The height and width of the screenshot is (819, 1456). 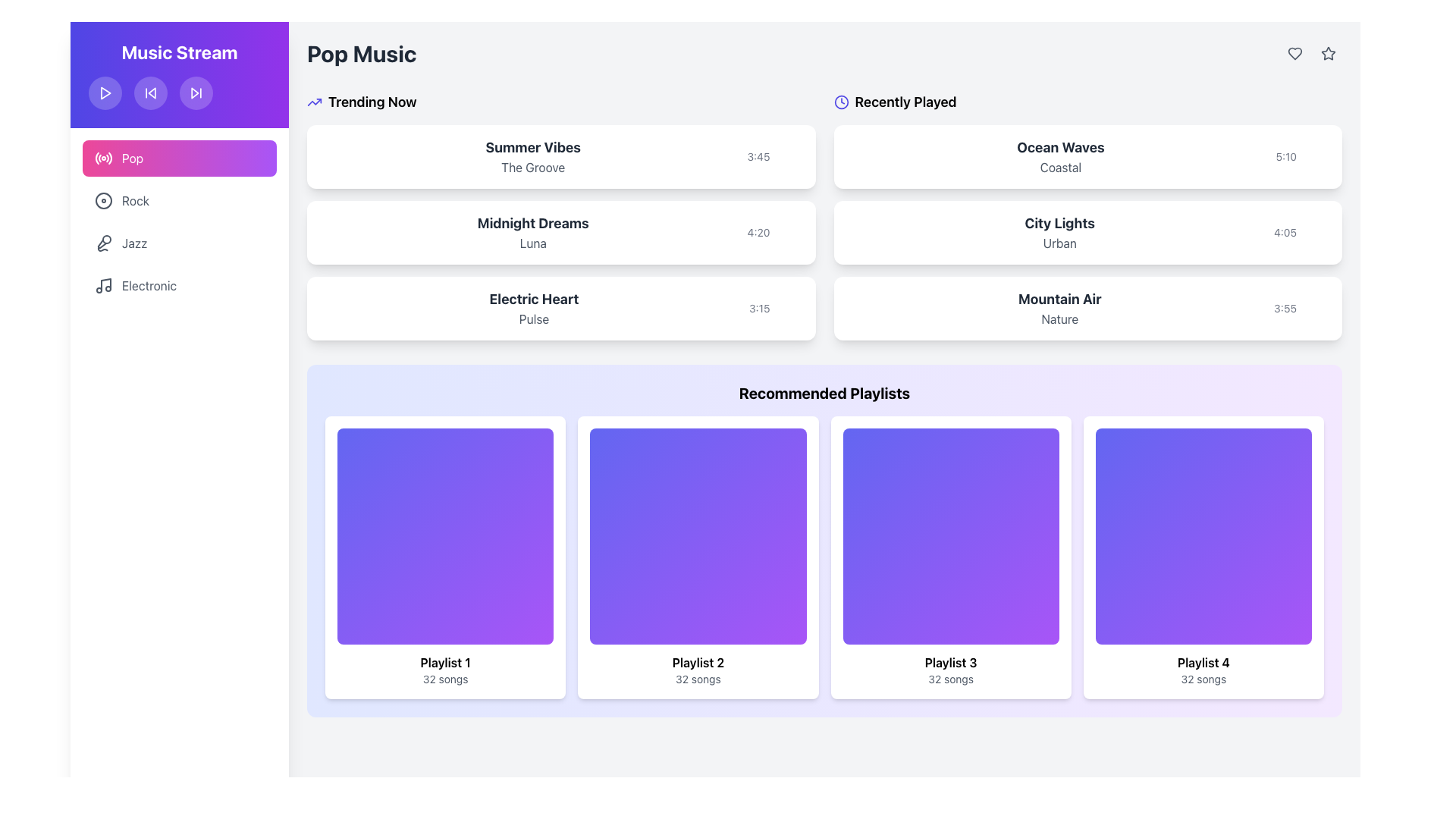 What do you see at coordinates (533, 233) in the screenshot?
I see `titles displayed in the text block located in the middle of the second row within the 'Trending Now' section` at bounding box center [533, 233].